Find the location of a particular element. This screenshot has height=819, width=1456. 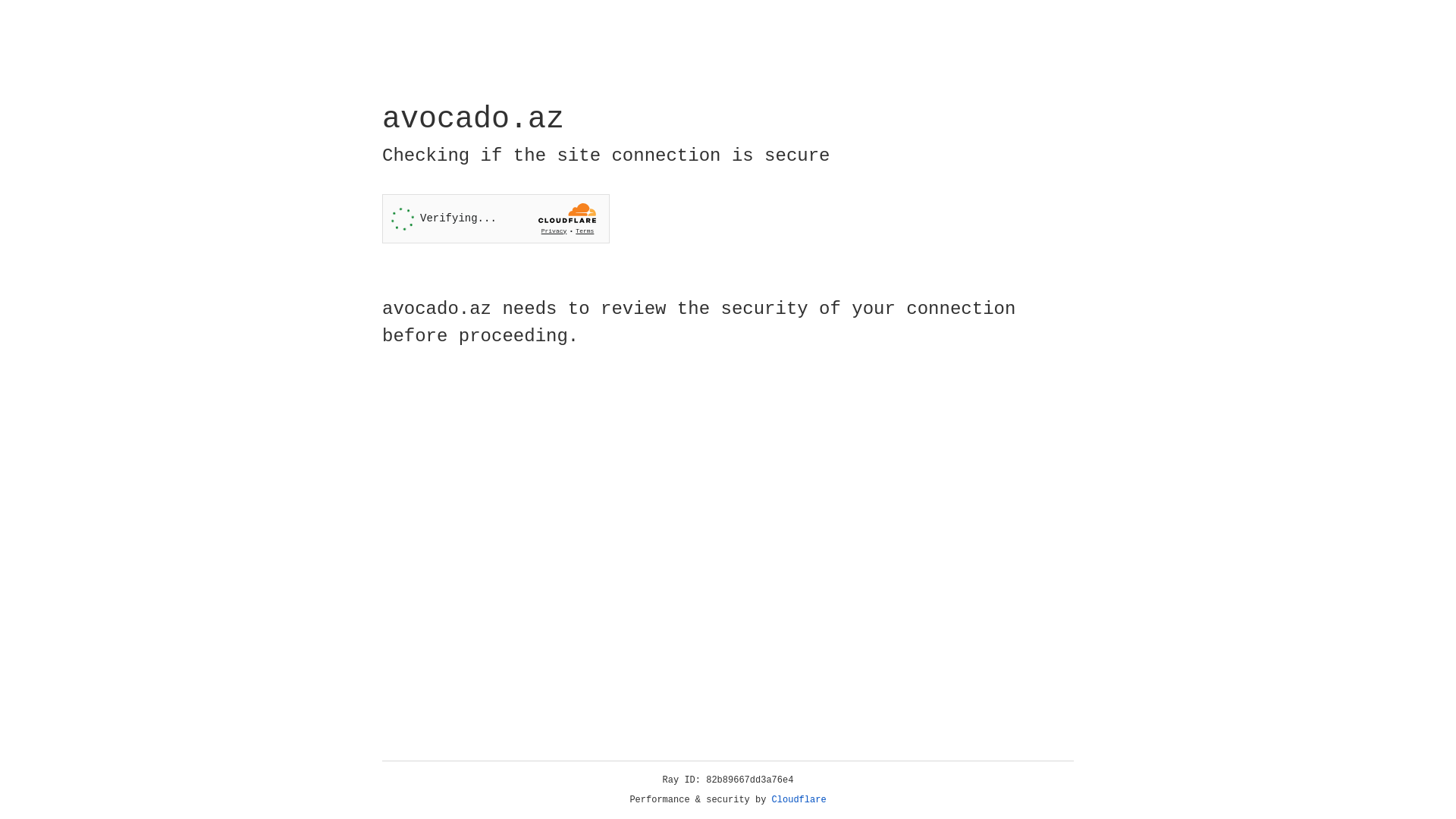

'Widget containing a Cloudflare security challenge' is located at coordinates (495, 218).